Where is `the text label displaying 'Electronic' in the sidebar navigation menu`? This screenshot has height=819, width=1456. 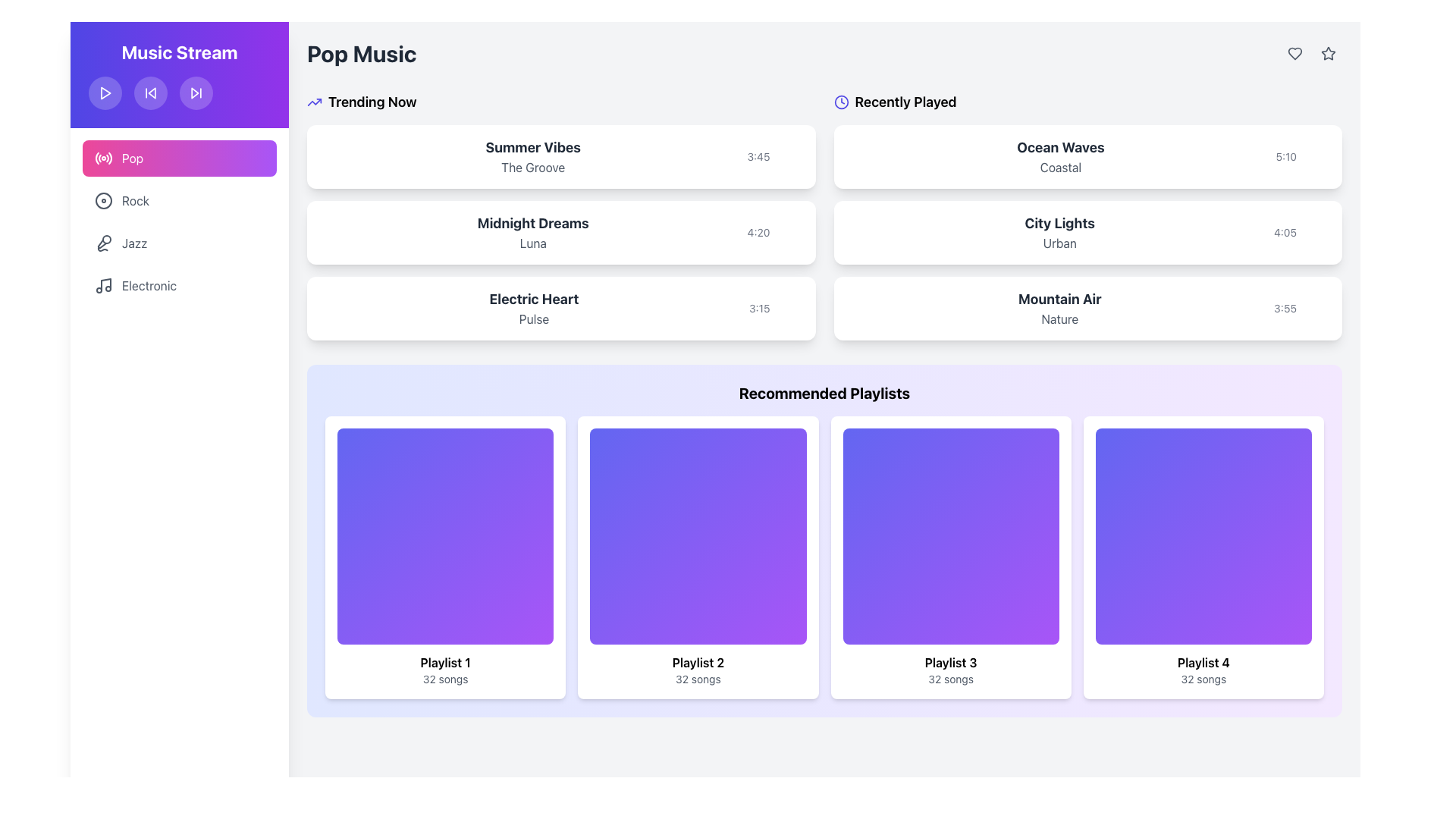
the text label displaying 'Electronic' in the sidebar navigation menu is located at coordinates (149, 286).